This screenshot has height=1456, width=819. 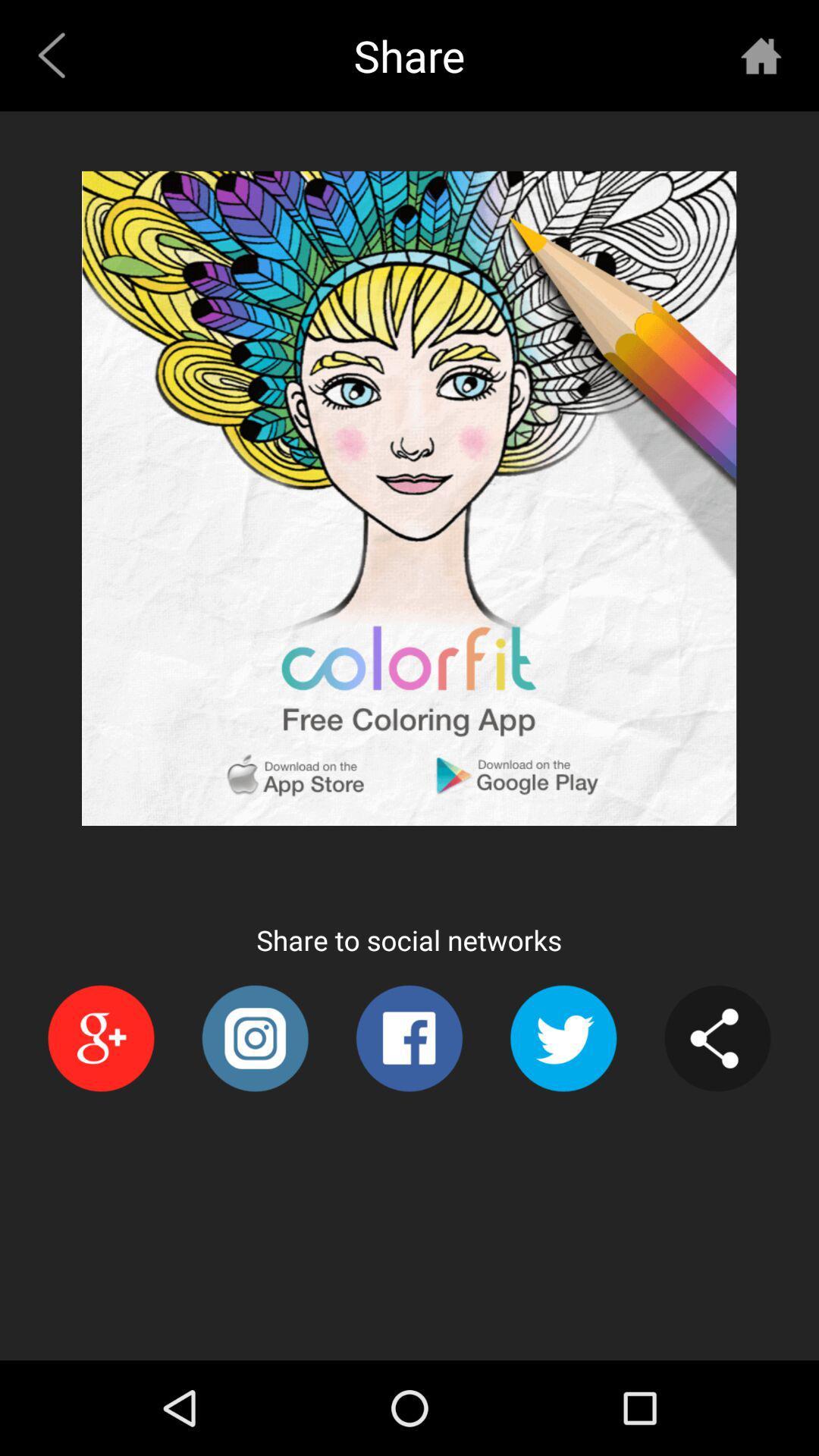 I want to click on the icon below share to social icon, so click(x=563, y=1037).